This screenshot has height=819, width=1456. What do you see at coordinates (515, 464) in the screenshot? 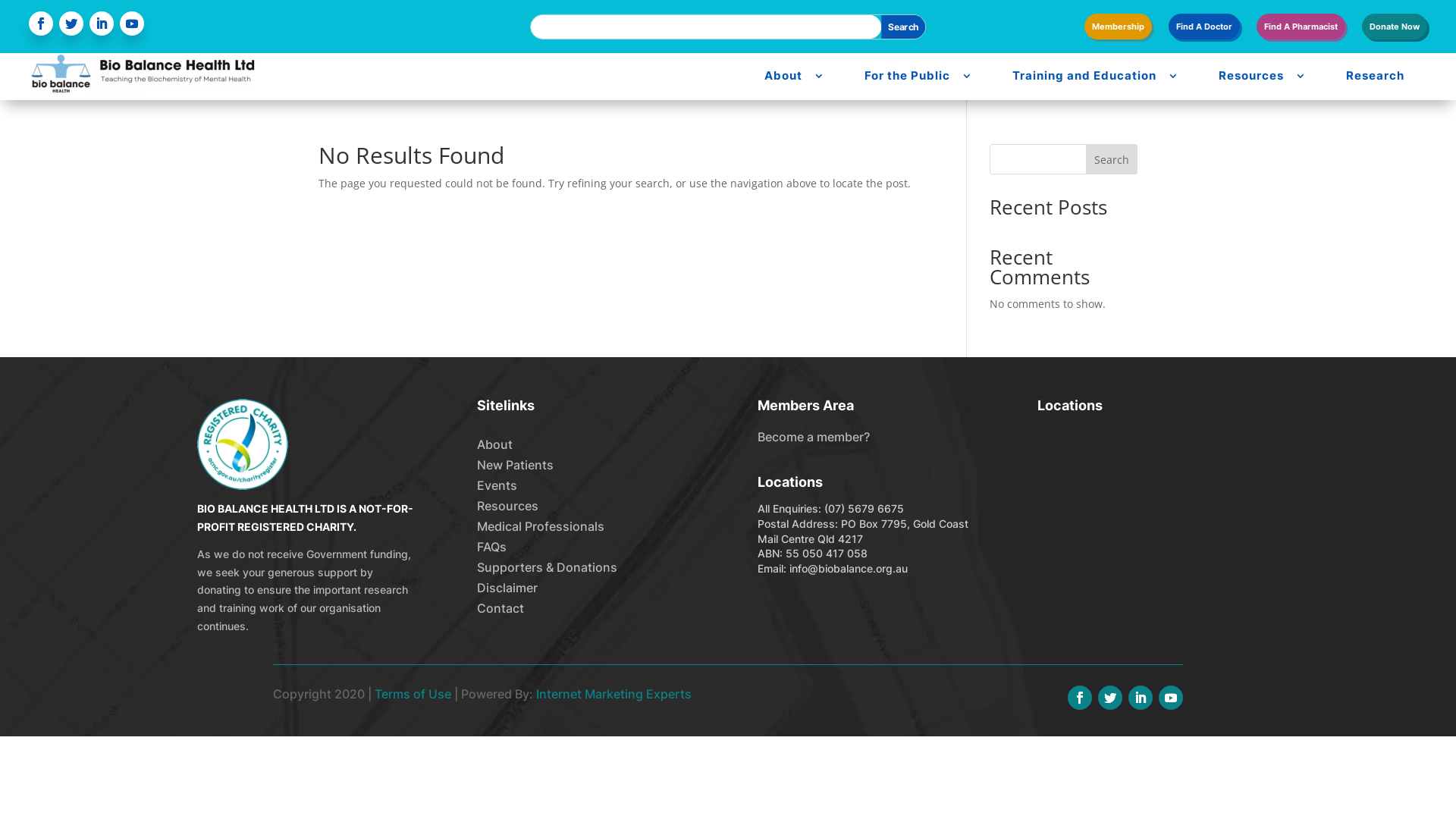
I see `'New Patients'` at bounding box center [515, 464].